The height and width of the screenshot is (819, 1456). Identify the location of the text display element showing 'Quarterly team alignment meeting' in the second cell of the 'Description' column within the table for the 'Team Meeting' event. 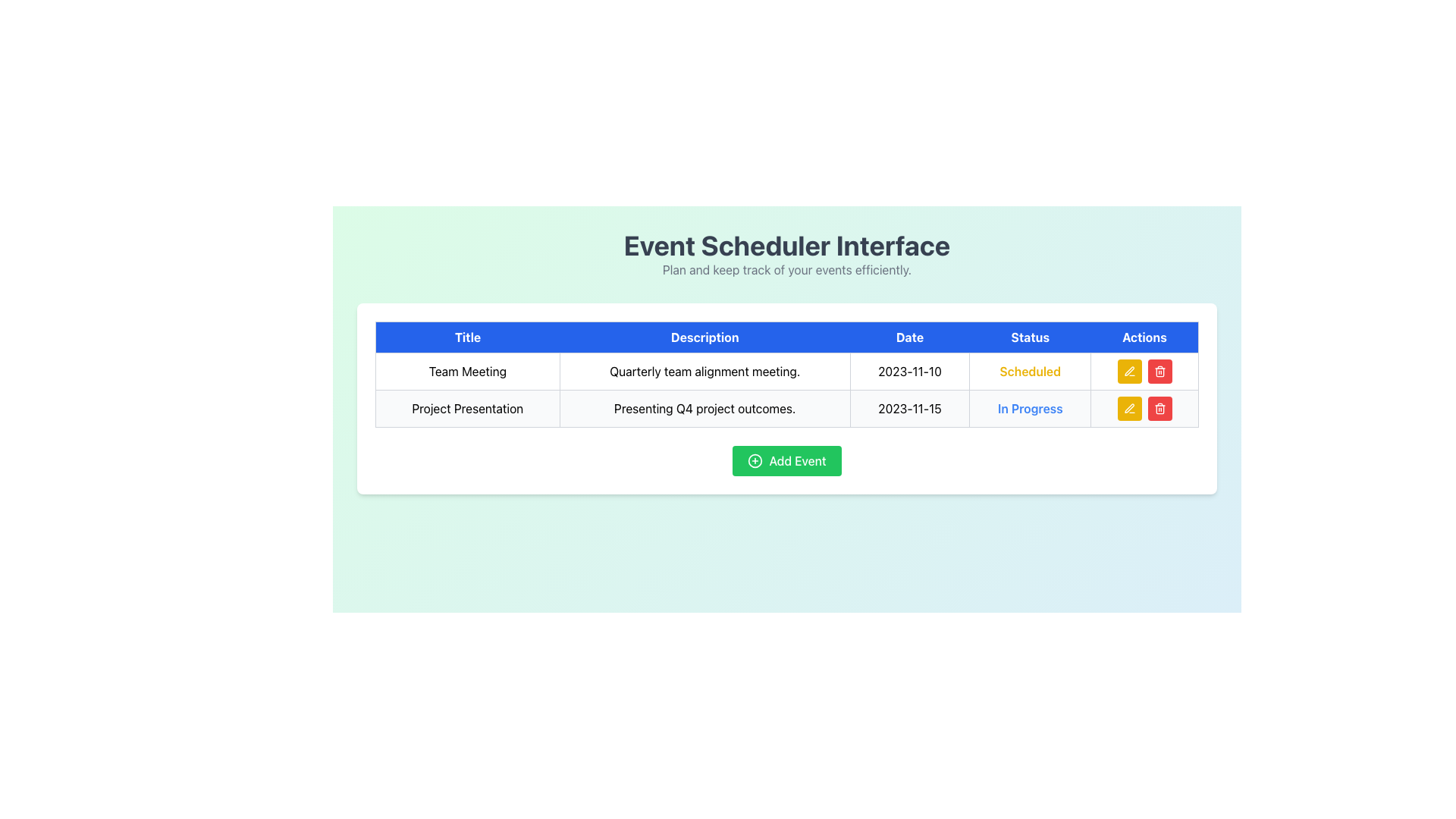
(704, 371).